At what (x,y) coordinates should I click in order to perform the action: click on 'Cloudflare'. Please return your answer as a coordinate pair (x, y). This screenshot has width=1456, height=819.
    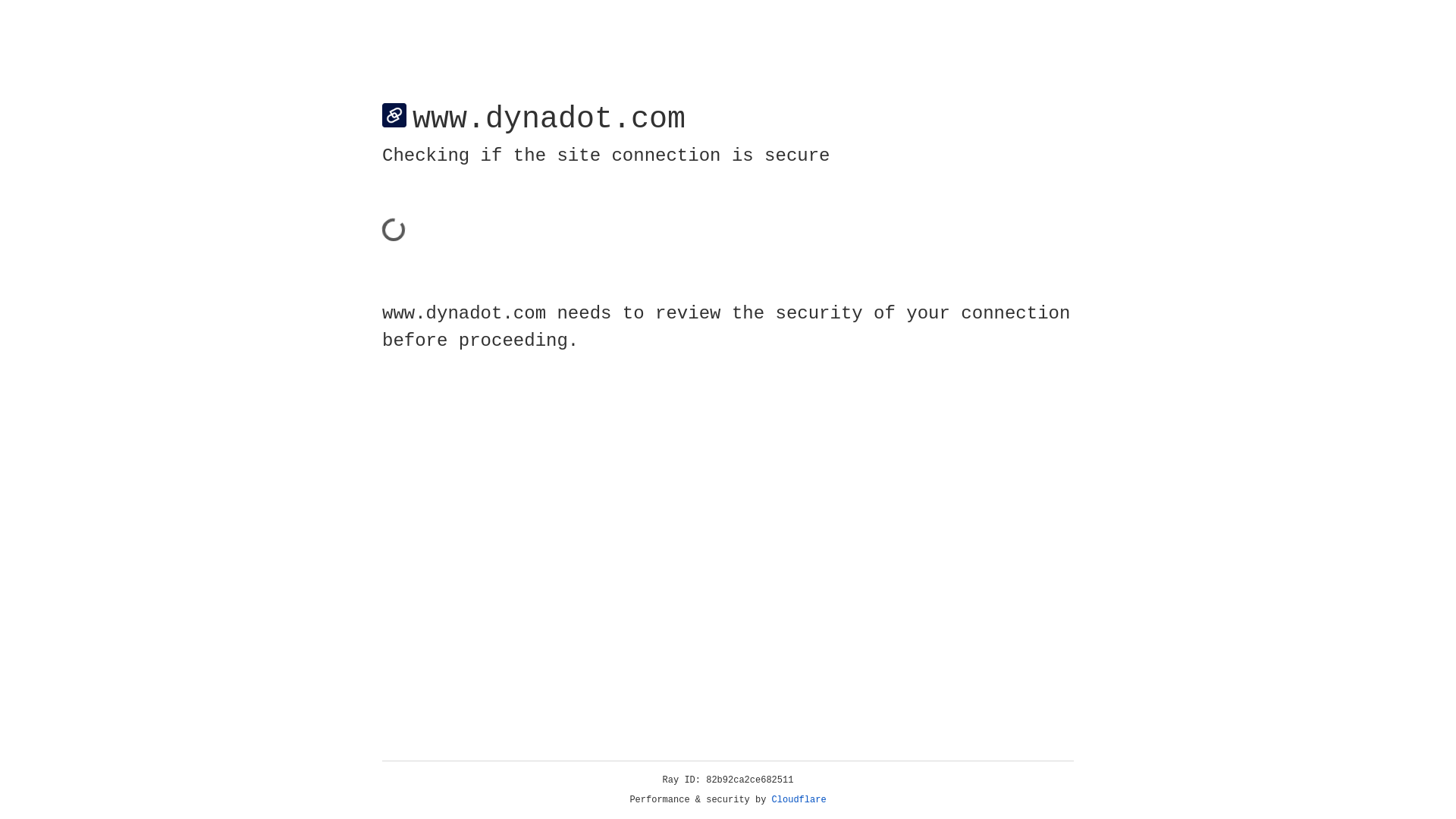
    Looking at the image, I should click on (799, 799).